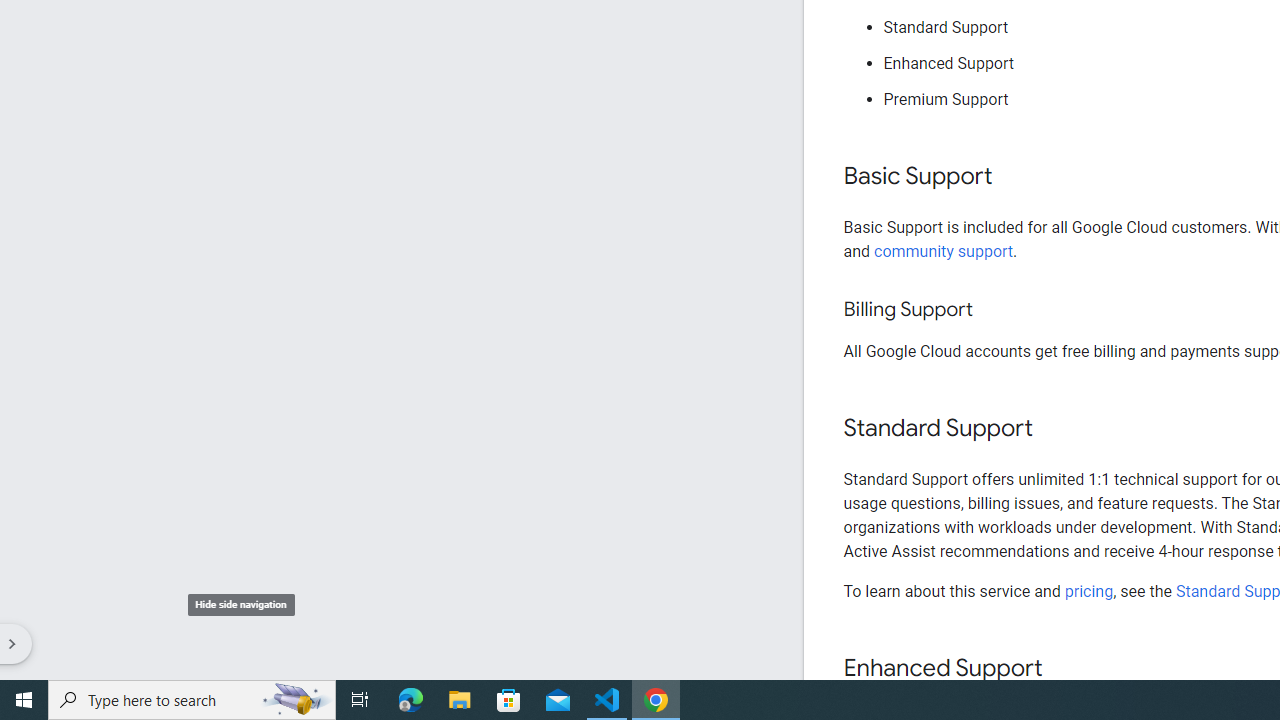 Image resolution: width=1280 pixels, height=720 pixels. What do you see at coordinates (1052, 428) in the screenshot?
I see `'Copy link to this section: Standard Support'` at bounding box center [1052, 428].